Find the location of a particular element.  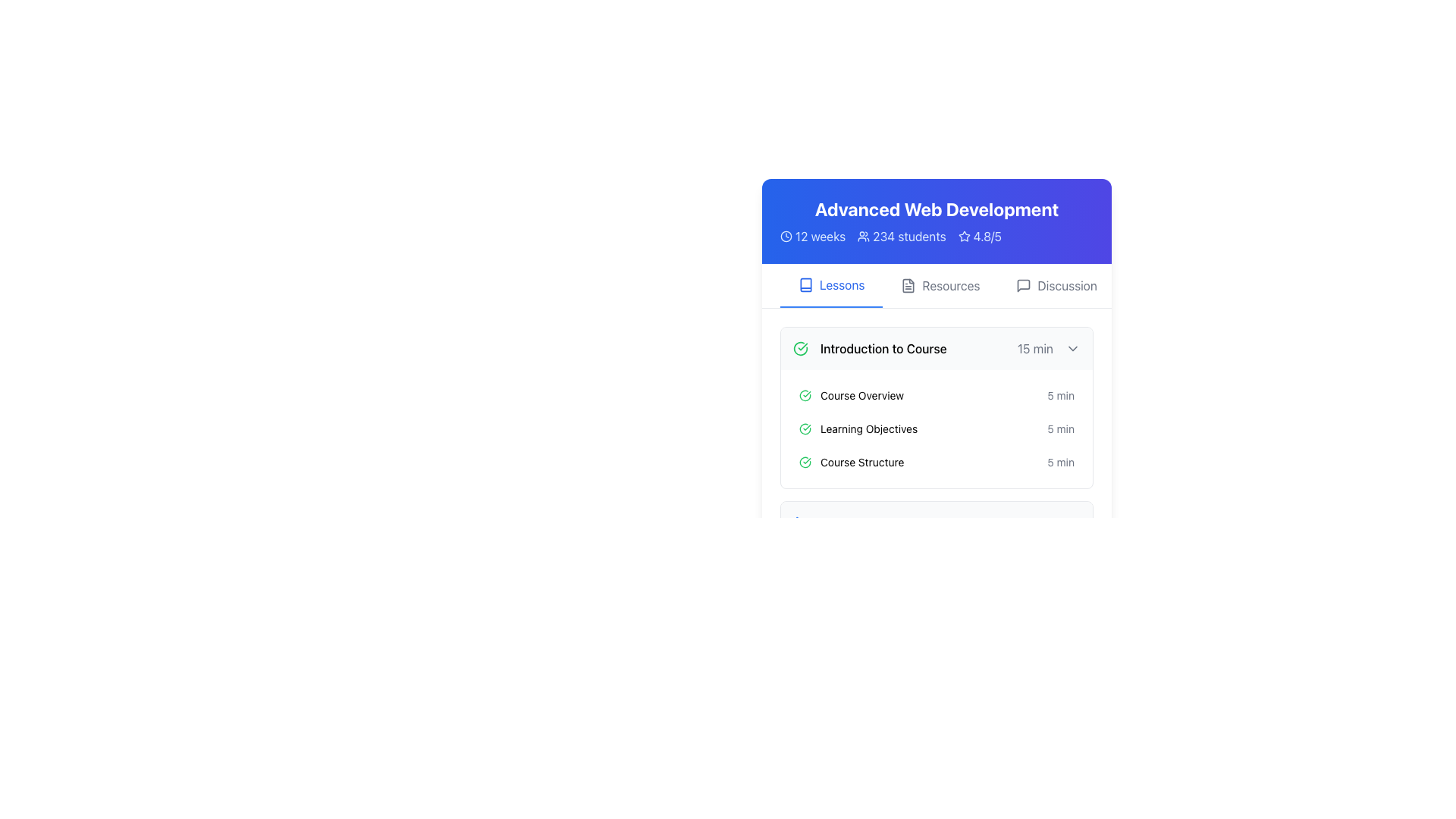

the informational display showing '12 weeks', '234 students', and '4.8/5', which is located beneath the title 'Advanced Web Development' is located at coordinates (936, 237).